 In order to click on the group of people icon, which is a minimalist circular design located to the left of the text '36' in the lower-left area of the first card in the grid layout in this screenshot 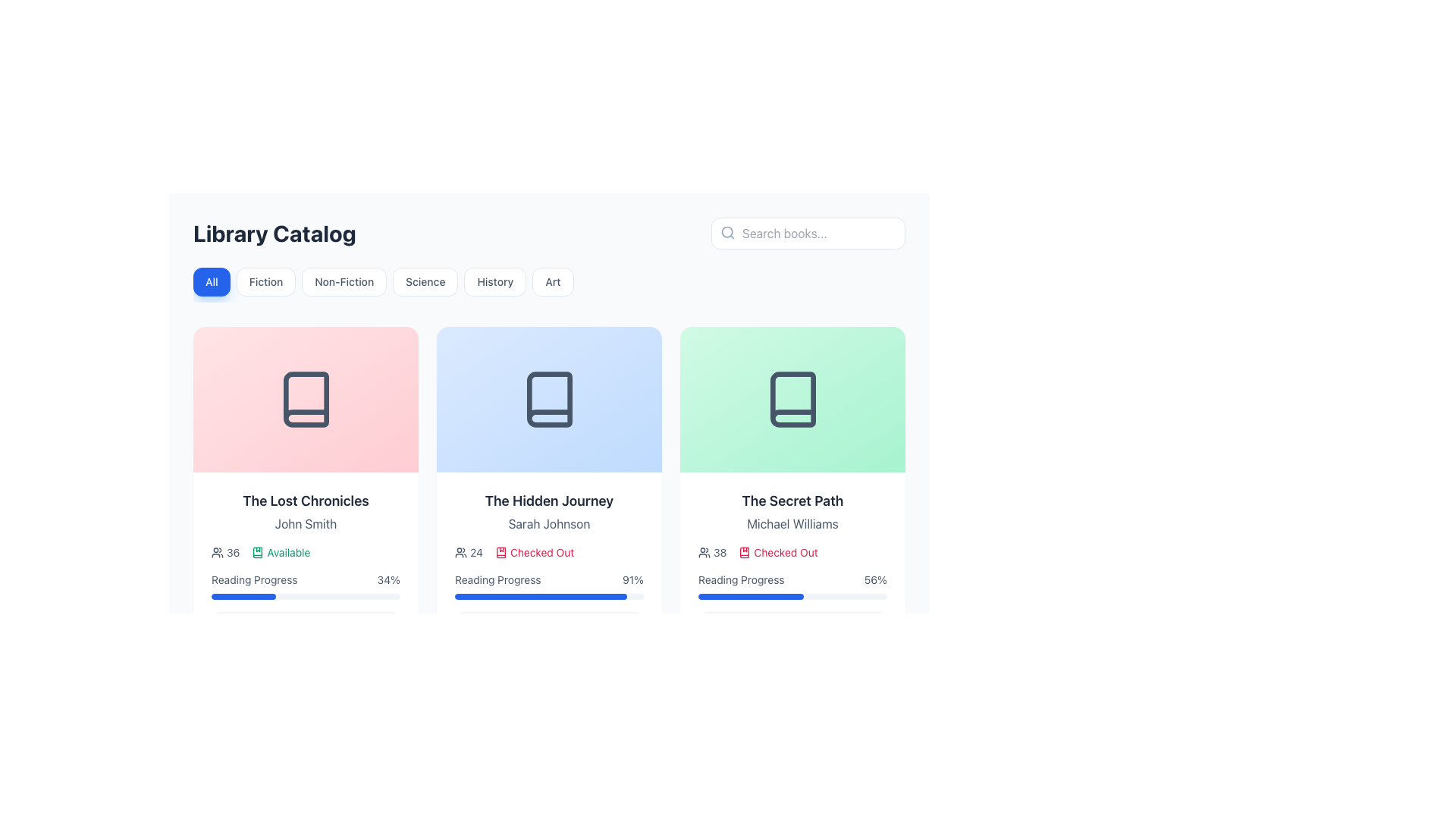, I will do `click(217, 553)`.